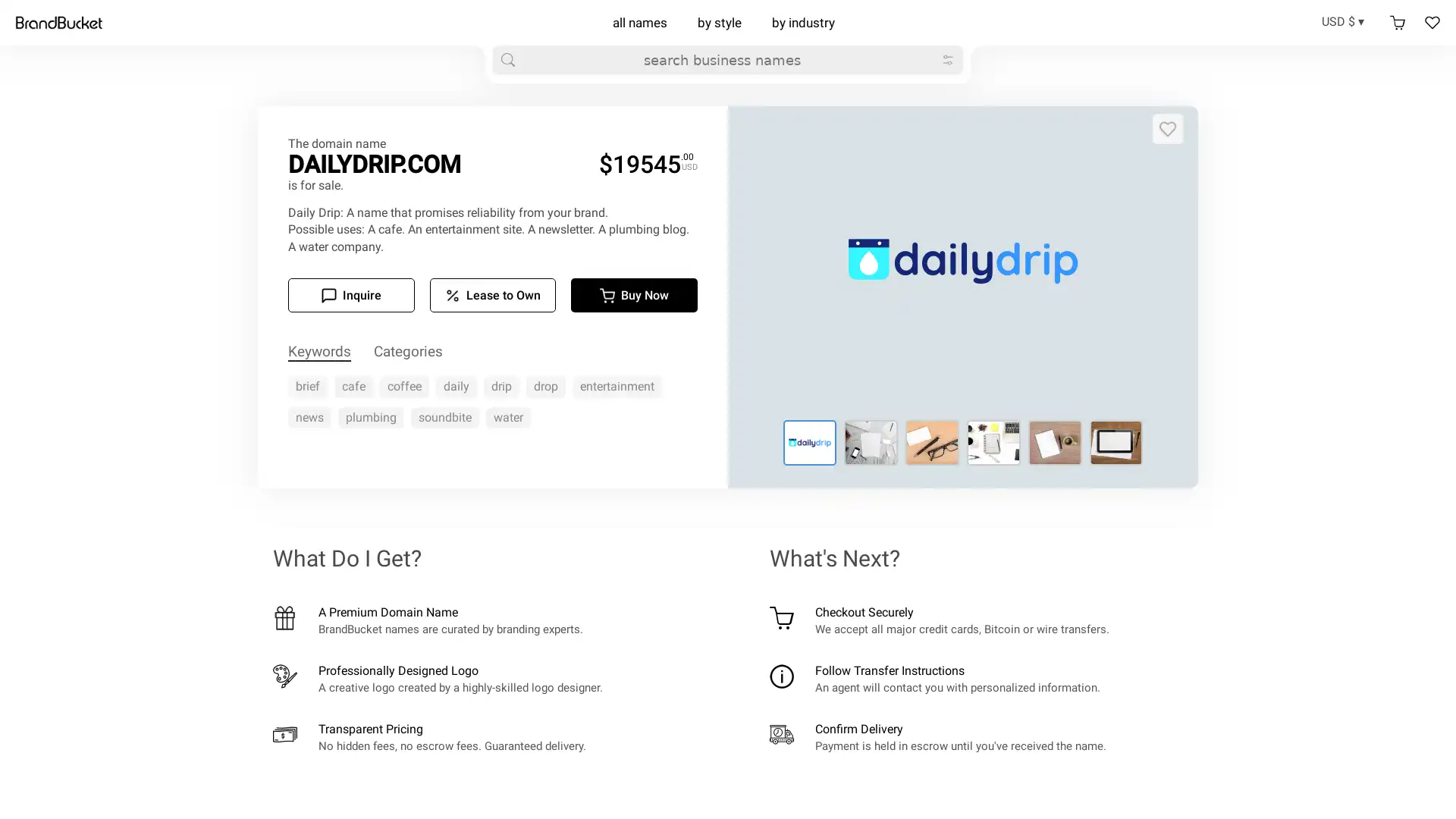 The width and height of the screenshot is (1456, 819). What do you see at coordinates (946, 58) in the screenshot?
I see `big refine` at bounding box center [946, 58].